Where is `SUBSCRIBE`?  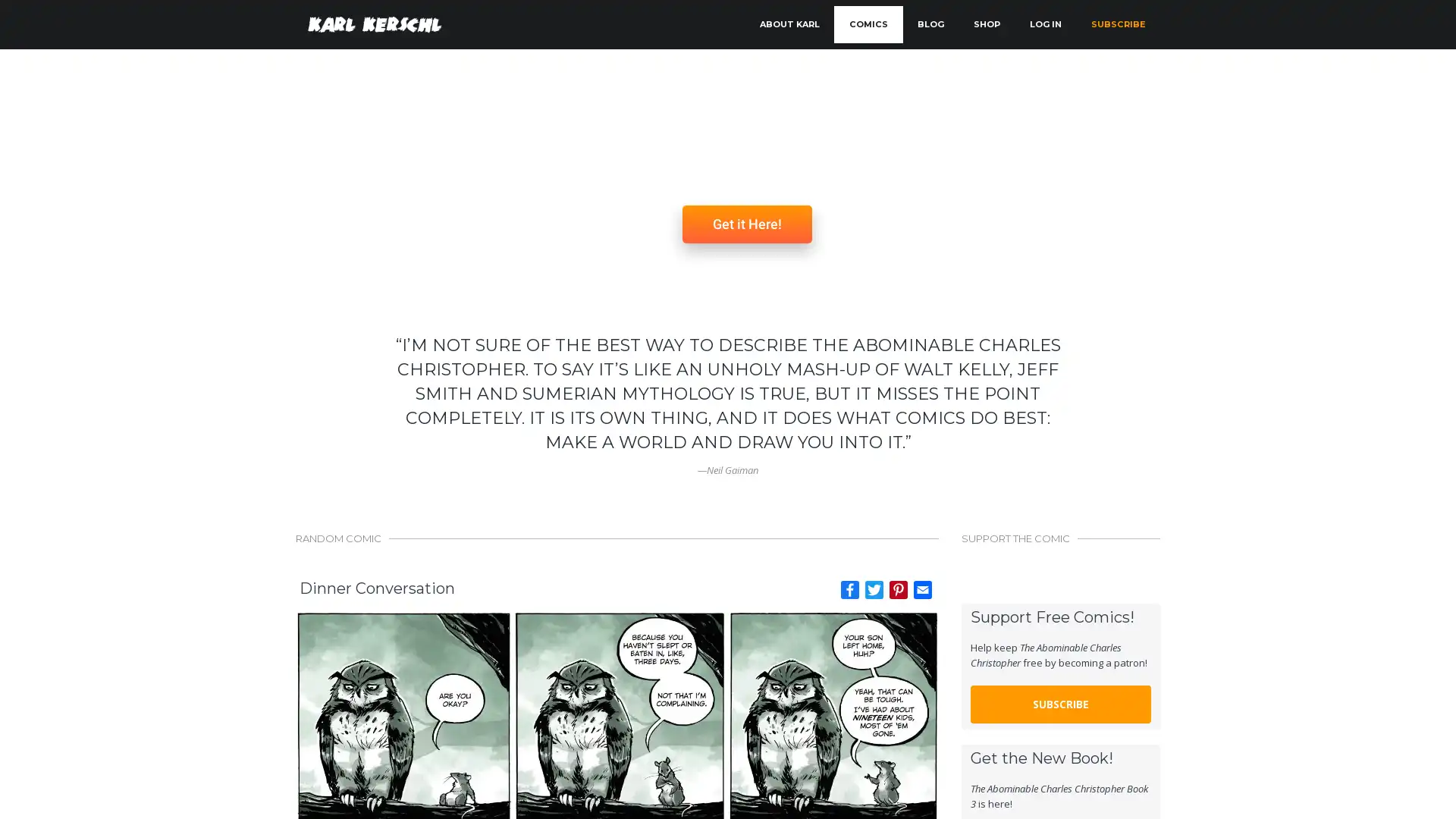
SUBSCRIBE is located at coordinates (1059, 704).